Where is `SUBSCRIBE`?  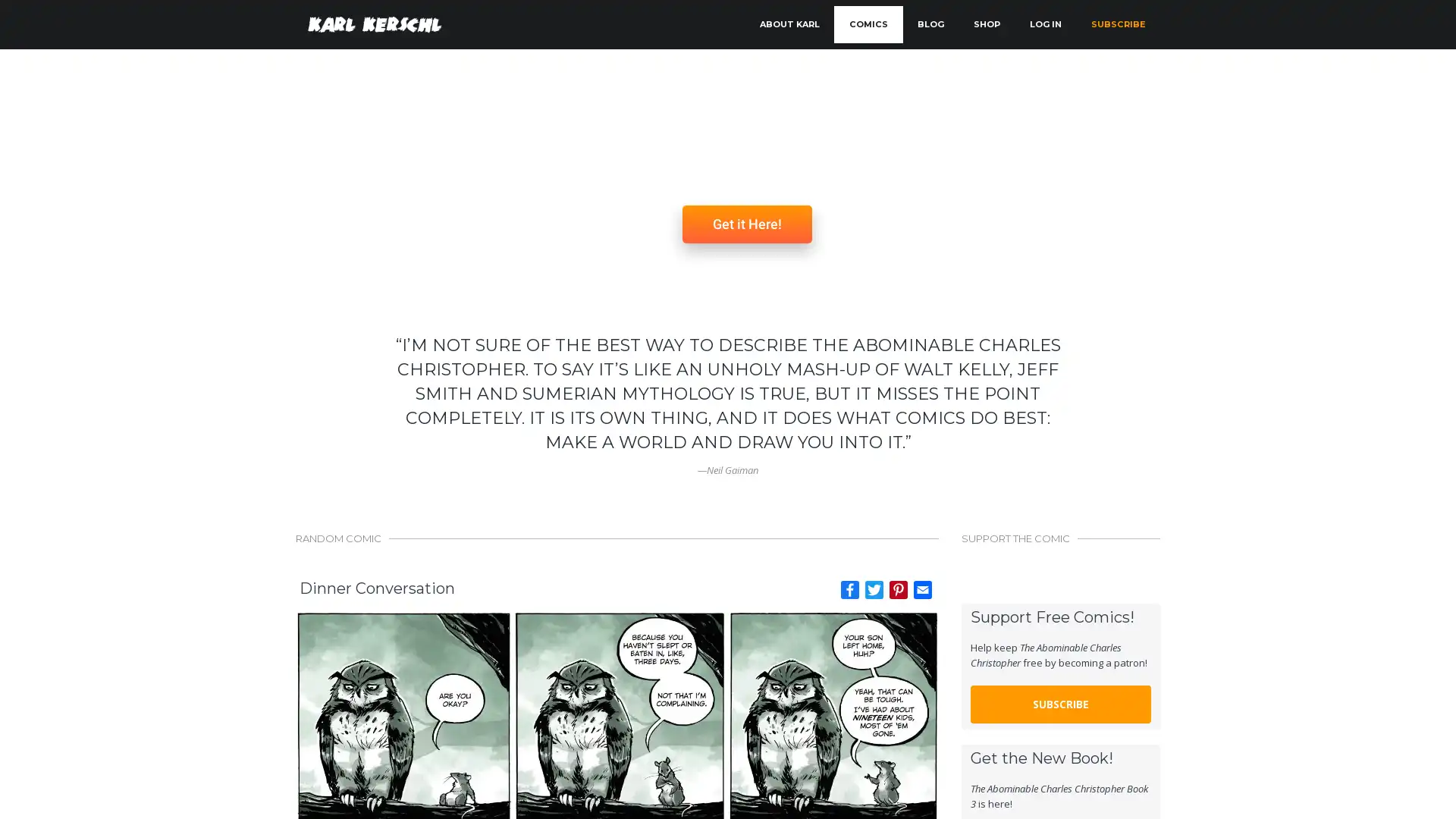
SUBSCRIBE is located at coordinates (1059, 704).